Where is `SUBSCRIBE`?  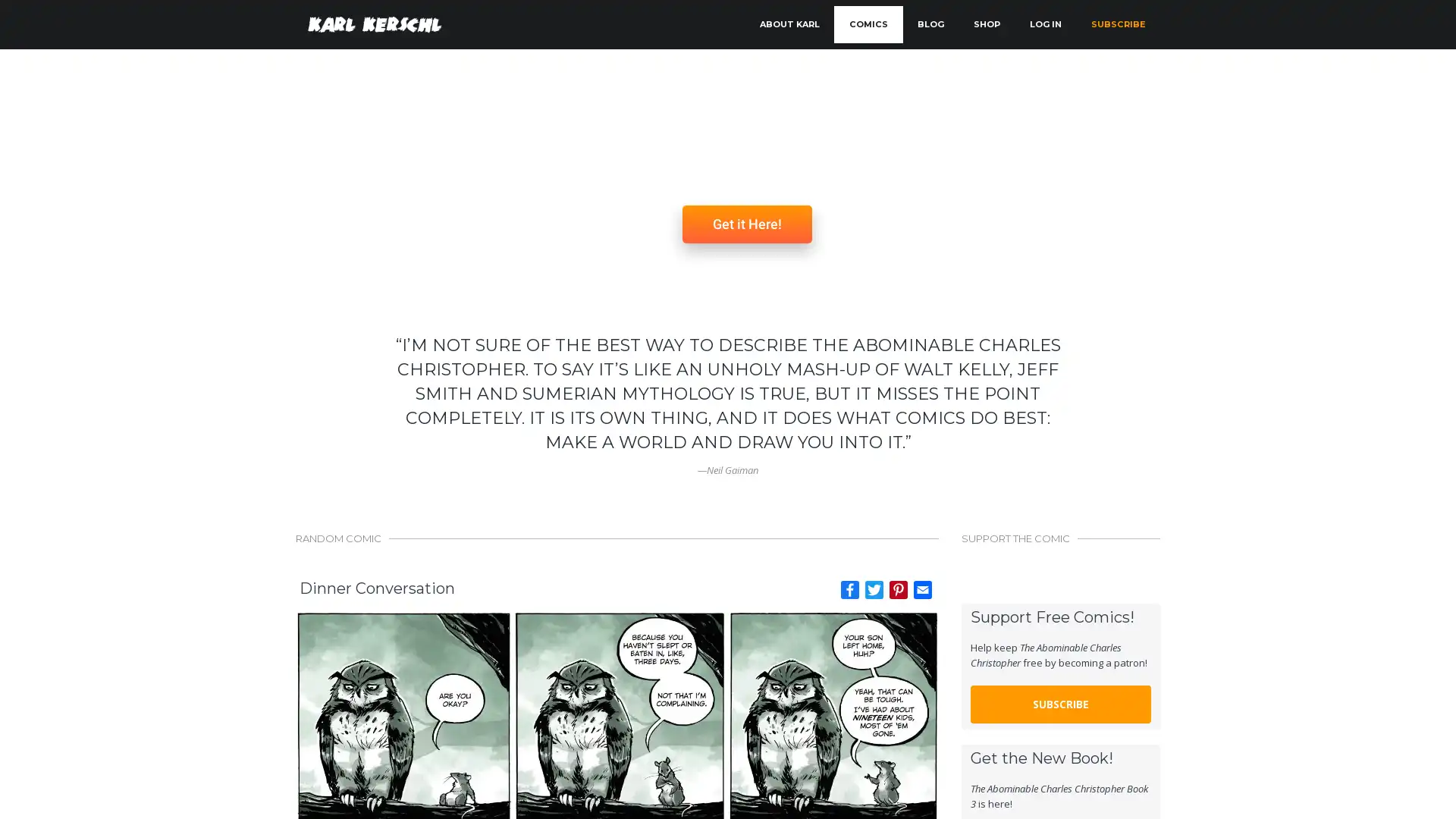
SUBSCRIBE is located at coordinates (1059, 704).